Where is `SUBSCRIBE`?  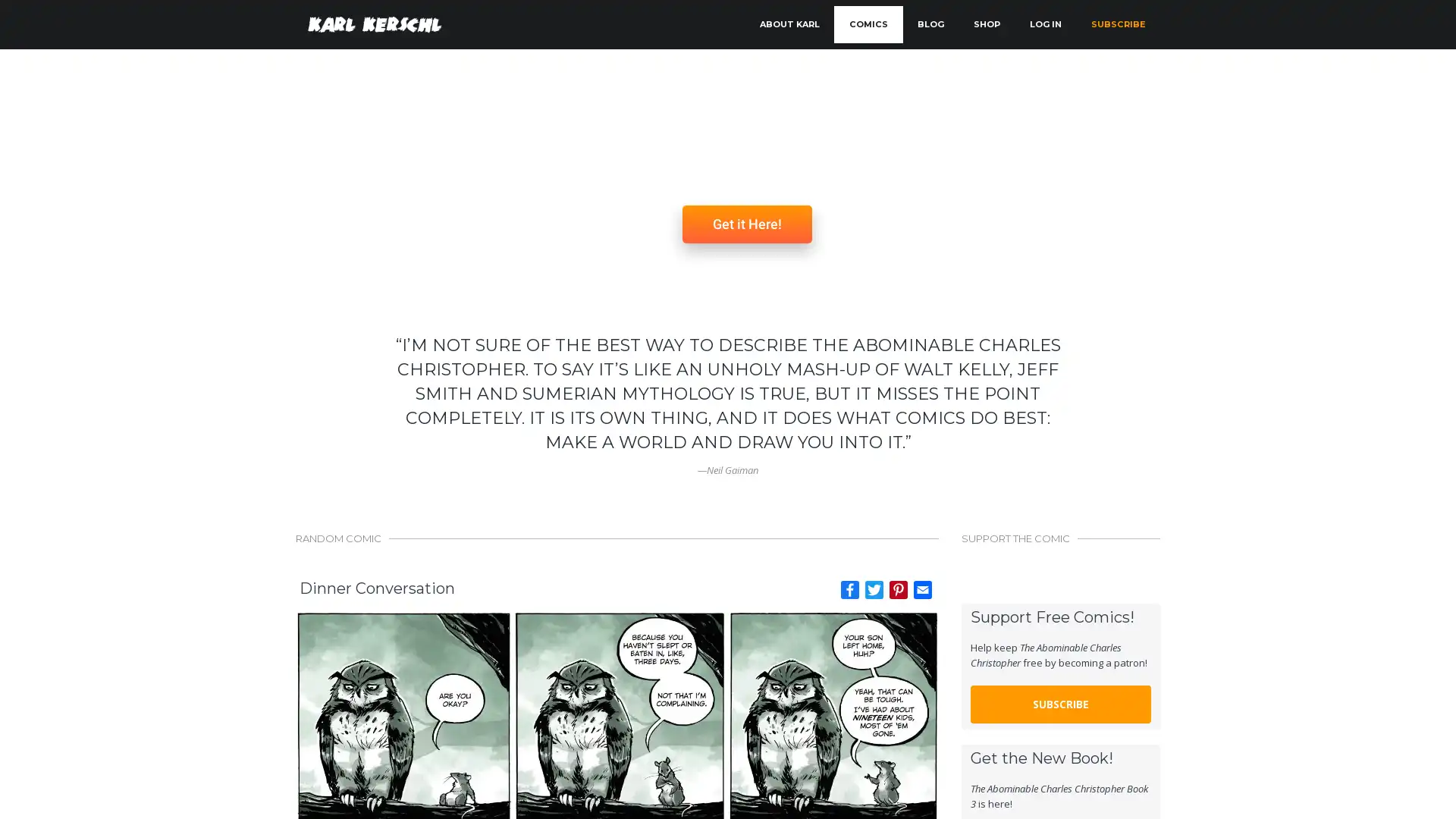
SUBSCRIBE is located at coordinates (1059, 704).